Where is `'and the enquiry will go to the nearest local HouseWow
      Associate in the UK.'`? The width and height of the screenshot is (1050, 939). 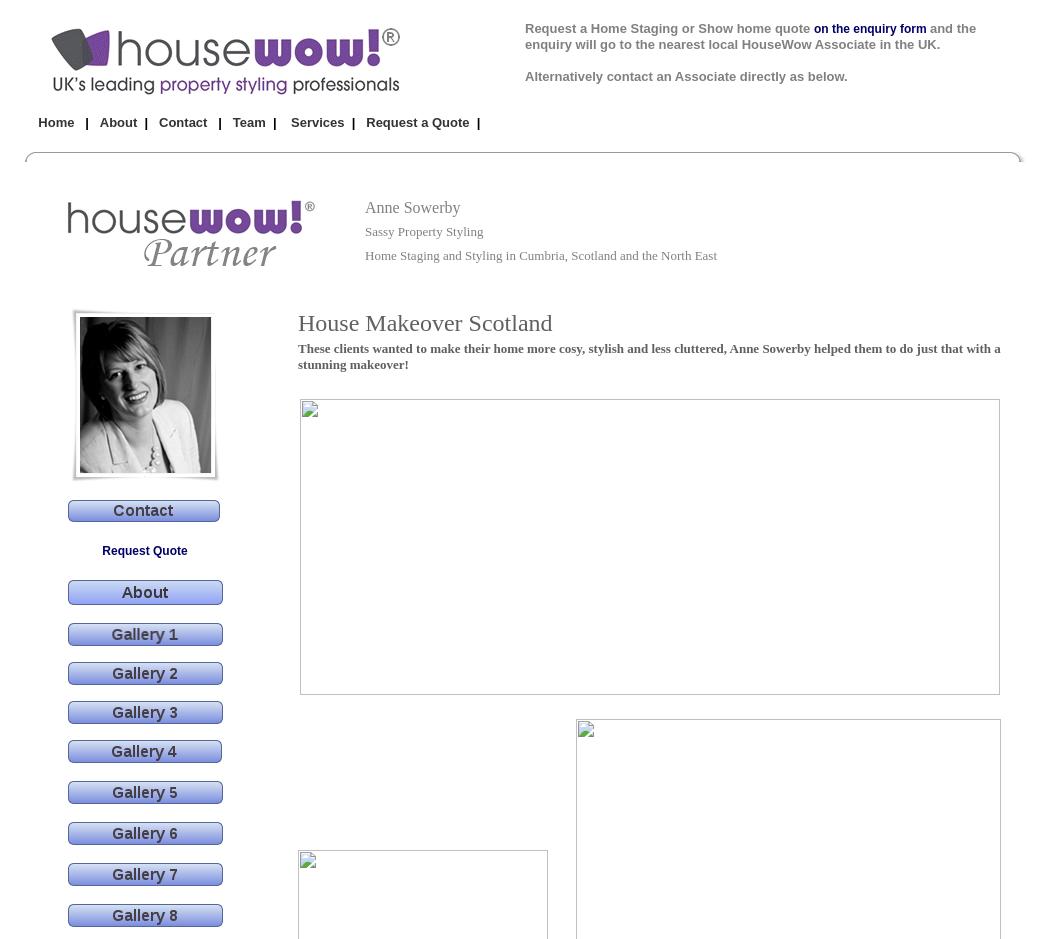
'and the enquiry will go to the nearest local HouseWow
      Associate in the UK.' is located at coordinates (750, 36).